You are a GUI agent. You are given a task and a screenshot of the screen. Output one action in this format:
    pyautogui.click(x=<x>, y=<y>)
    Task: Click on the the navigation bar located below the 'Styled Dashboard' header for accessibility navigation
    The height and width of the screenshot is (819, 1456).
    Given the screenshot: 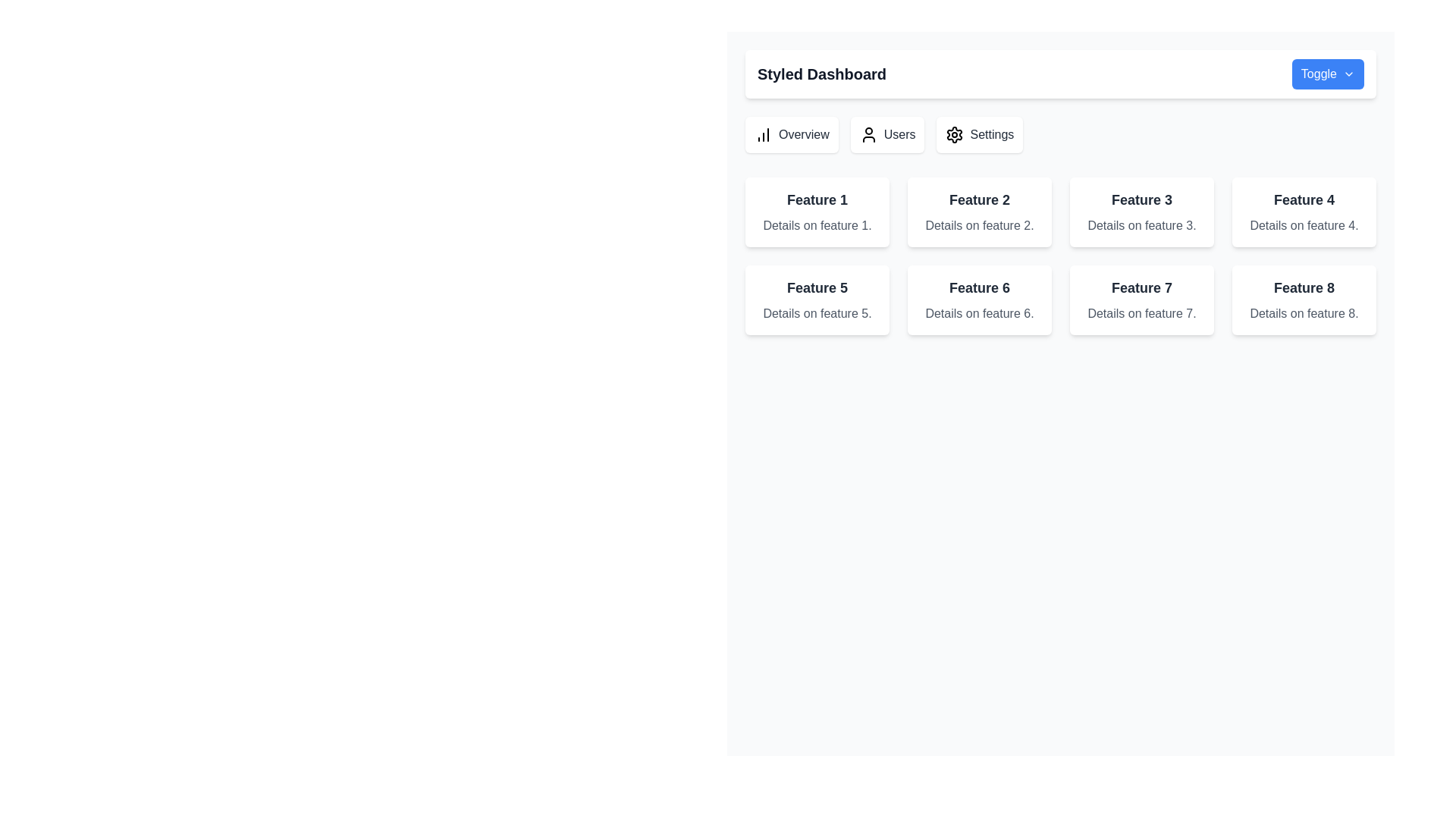 What is the action you would take?
    pyautogui.click(x=1059, y=133)
    